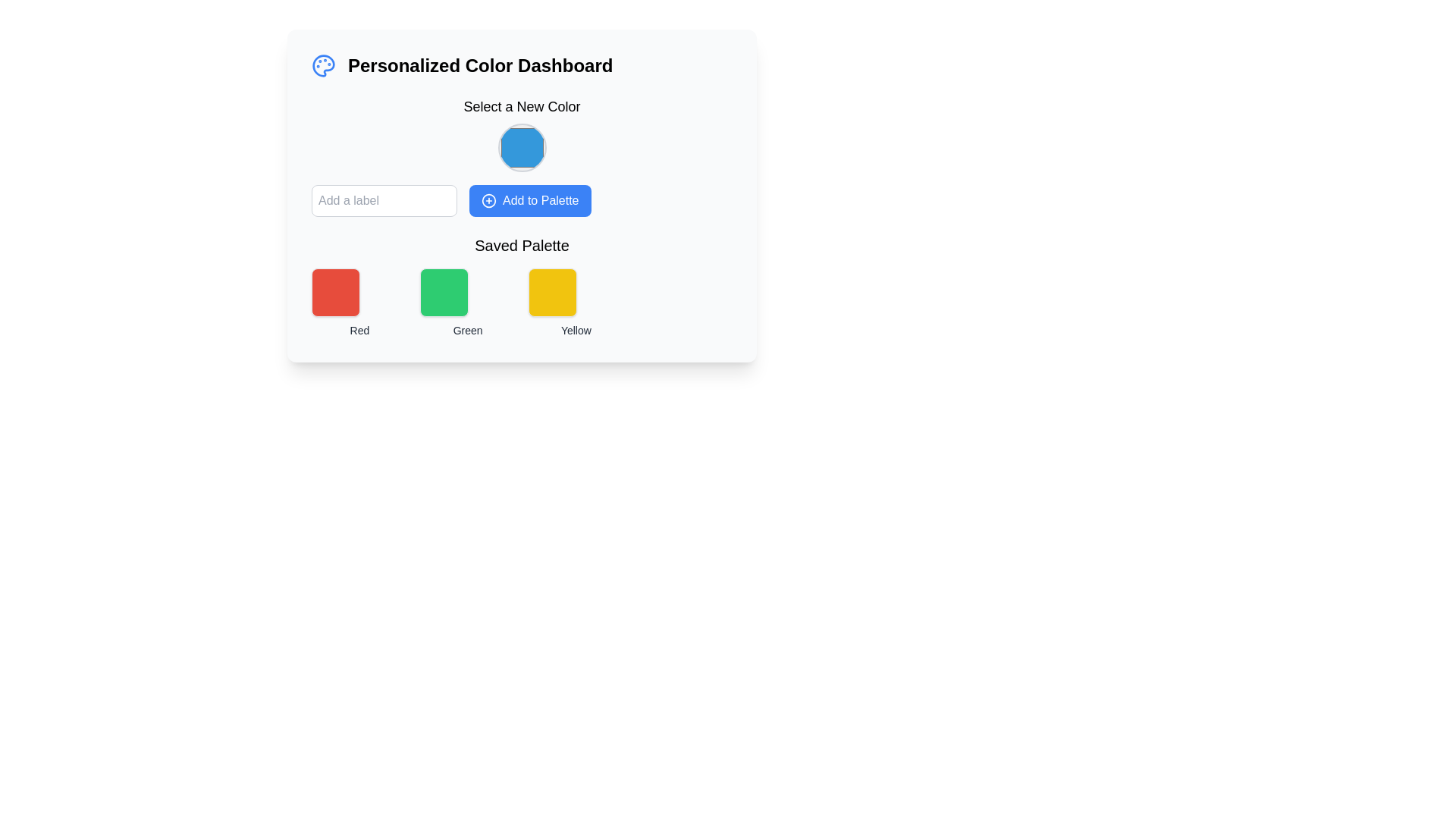 The image size is (1456, 819). Describe the element at coordinates (530, 200) in the screenshot. I see `the button with the blue background and white text reading 'Add to Palette'` at that location.